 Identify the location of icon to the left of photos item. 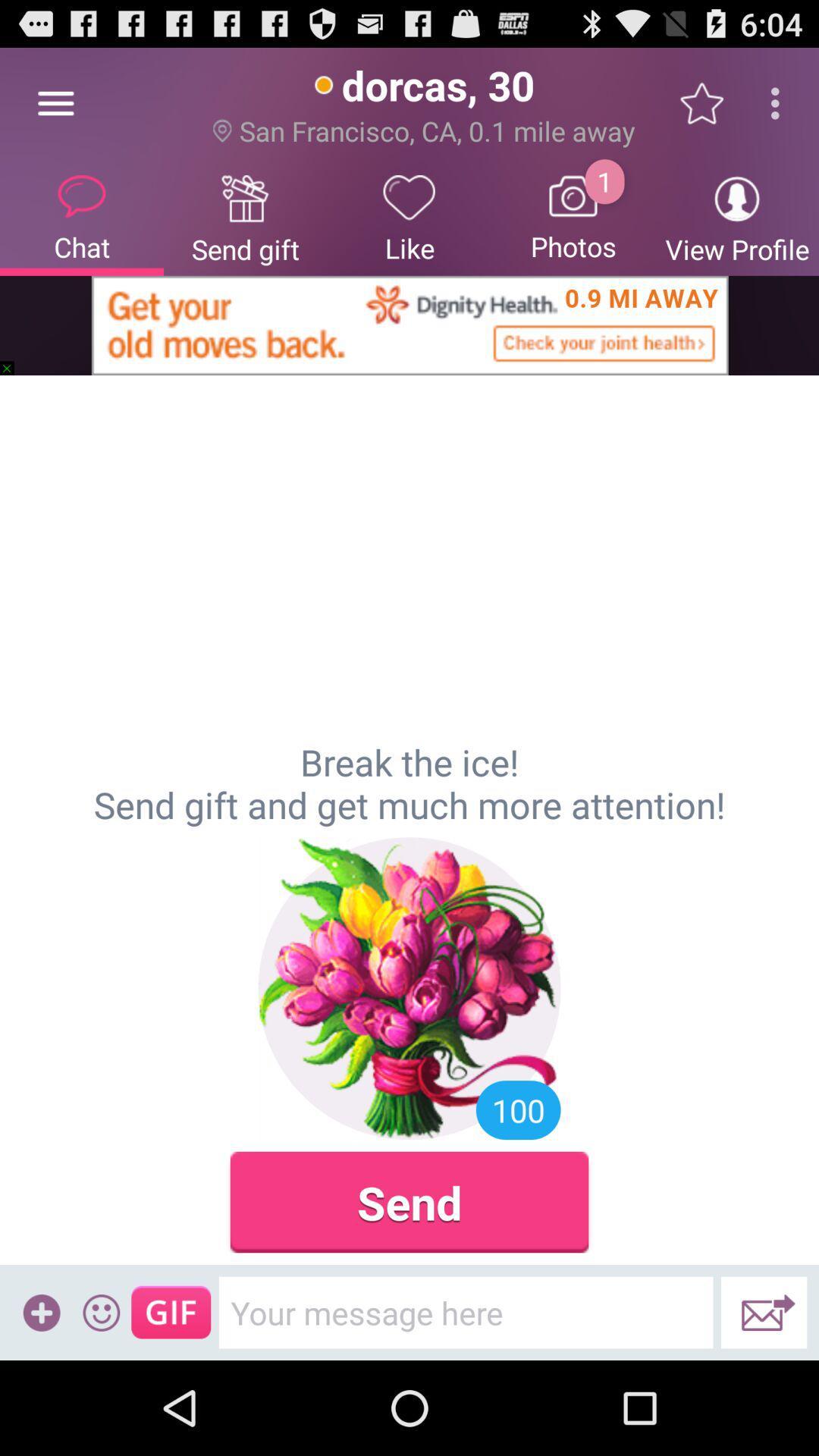
(409, 216).